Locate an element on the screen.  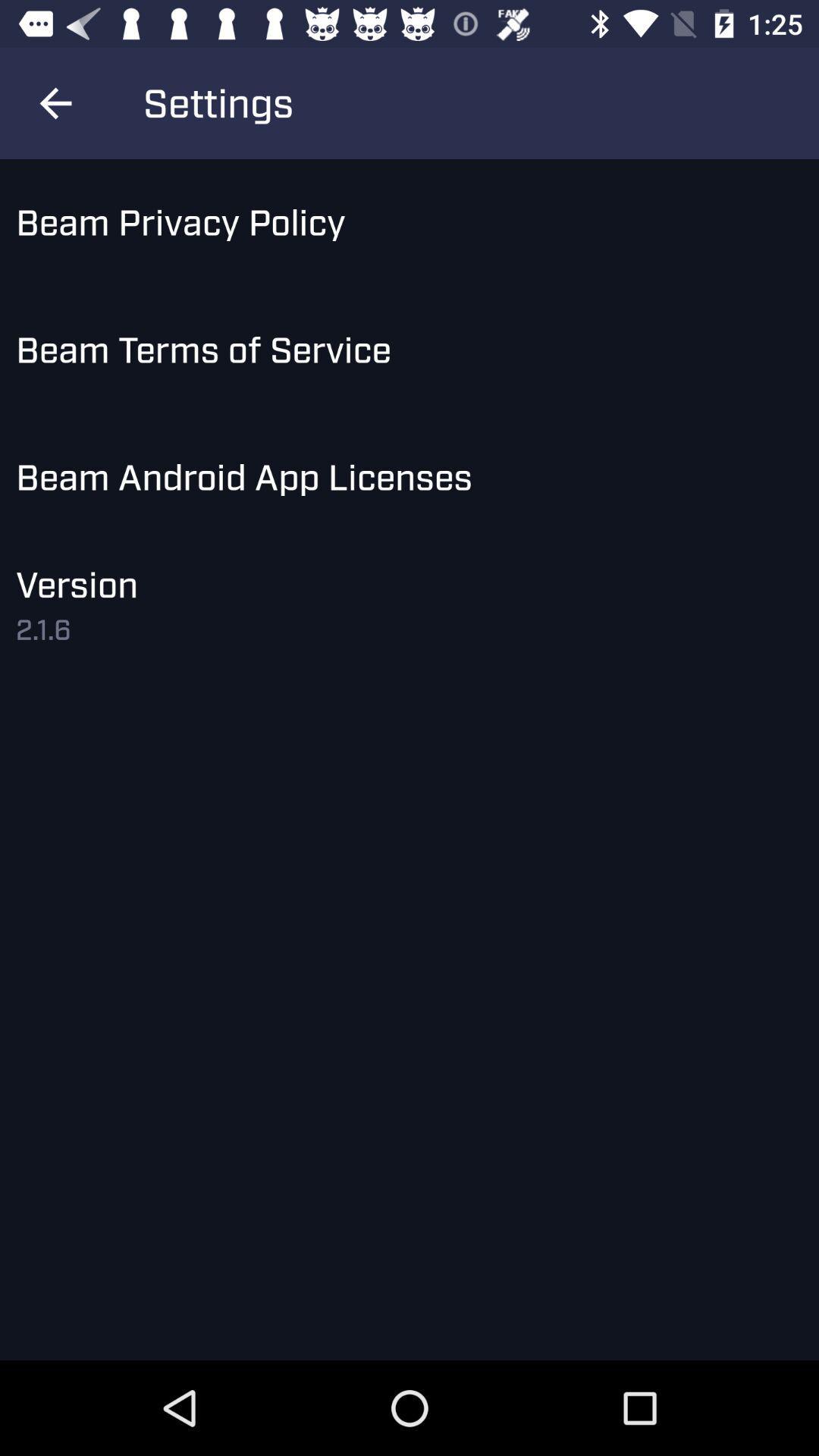
the item to the left of settings item is located at coordinates (55, 102).